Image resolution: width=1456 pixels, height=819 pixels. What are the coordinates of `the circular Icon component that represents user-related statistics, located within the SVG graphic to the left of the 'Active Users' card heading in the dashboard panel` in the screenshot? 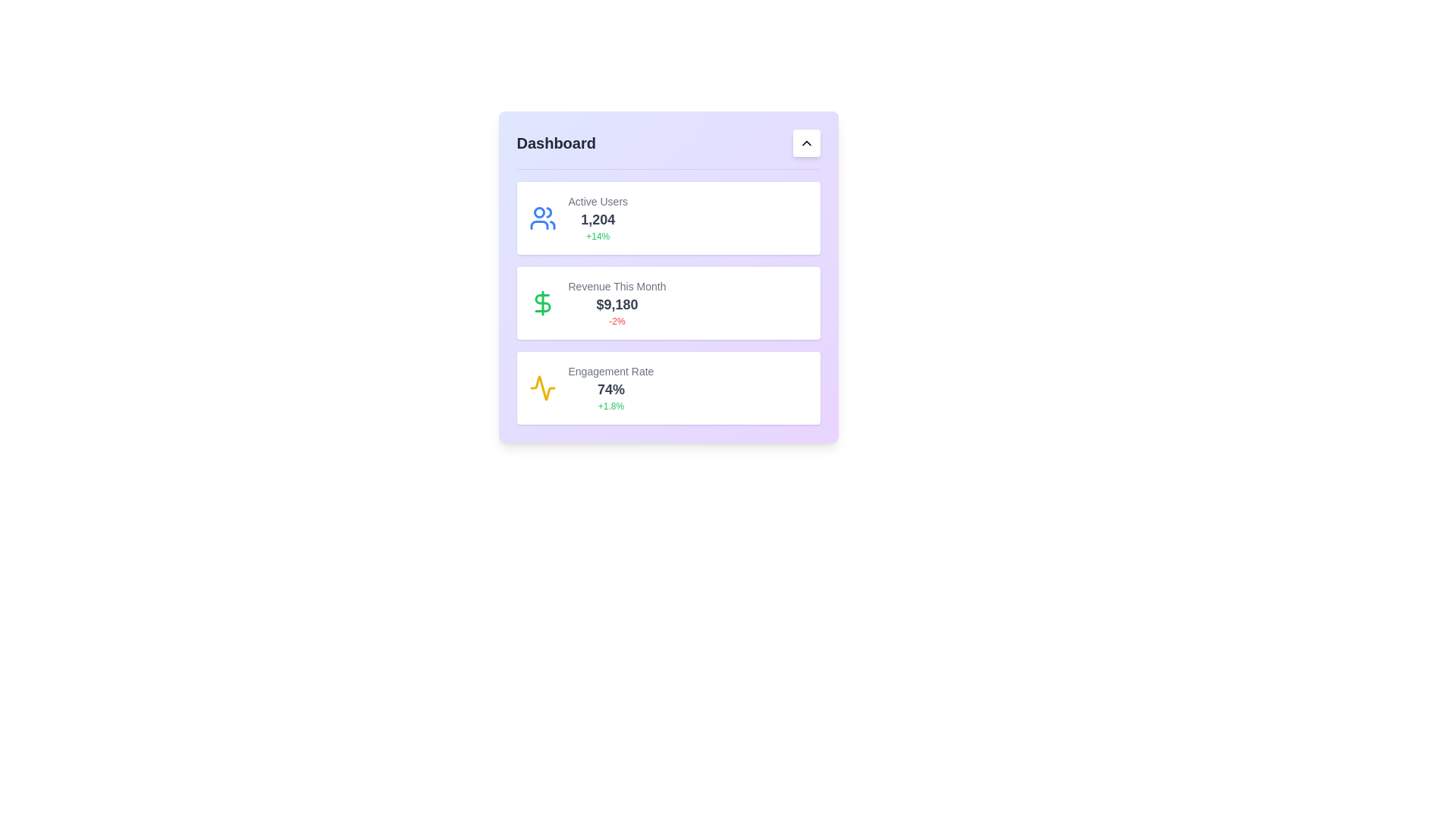 It's located at (538, 212).